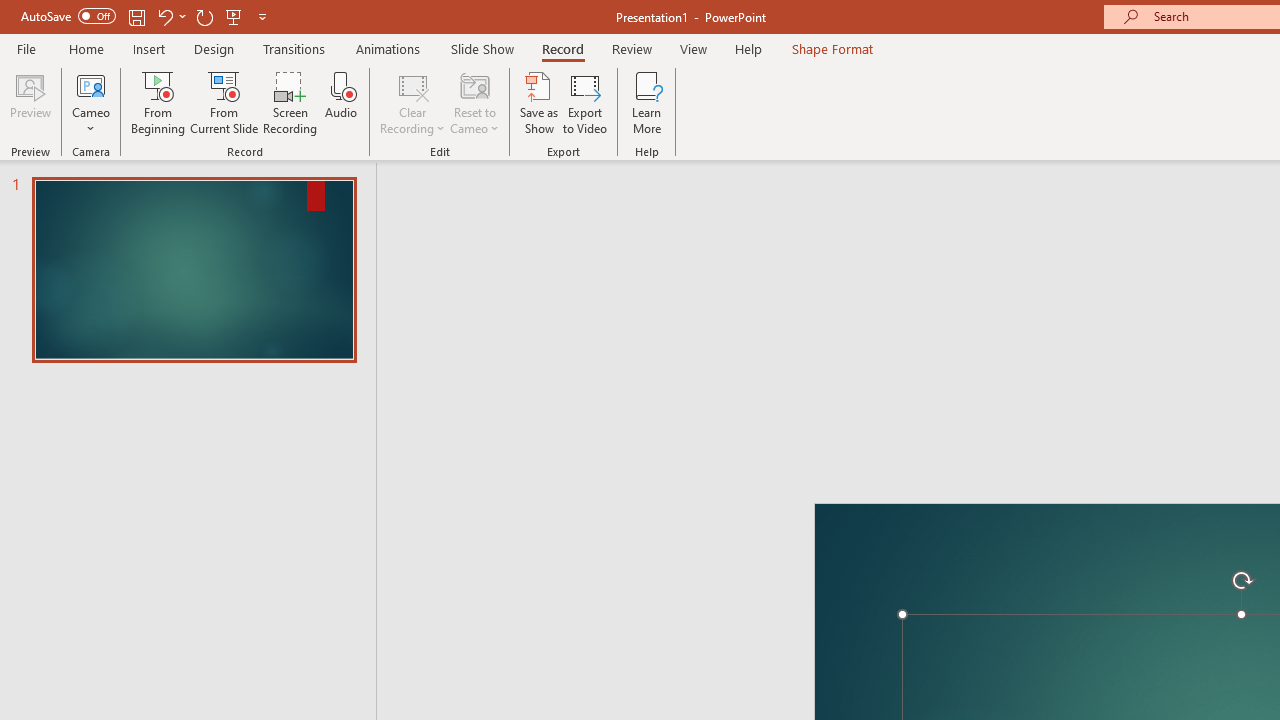  What do you see at coordinates (341, 103) in the screenshot?
I see `'Audio'` at bounding box center [341, 103].